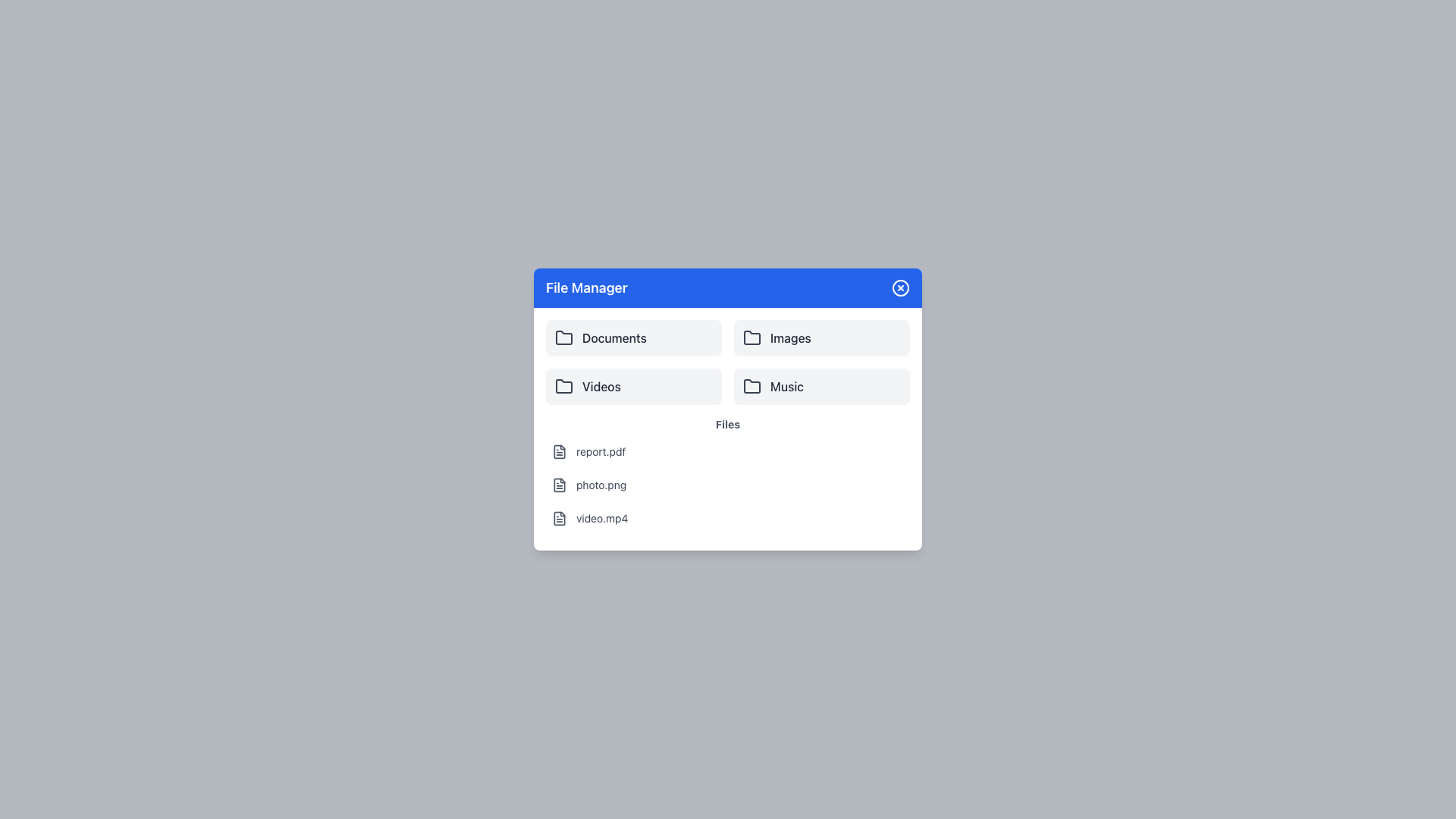  Describe the element at coordinates (752, 336) in the screenshot. I see `the 'Images' folder icon in the file manager interface` at that location.